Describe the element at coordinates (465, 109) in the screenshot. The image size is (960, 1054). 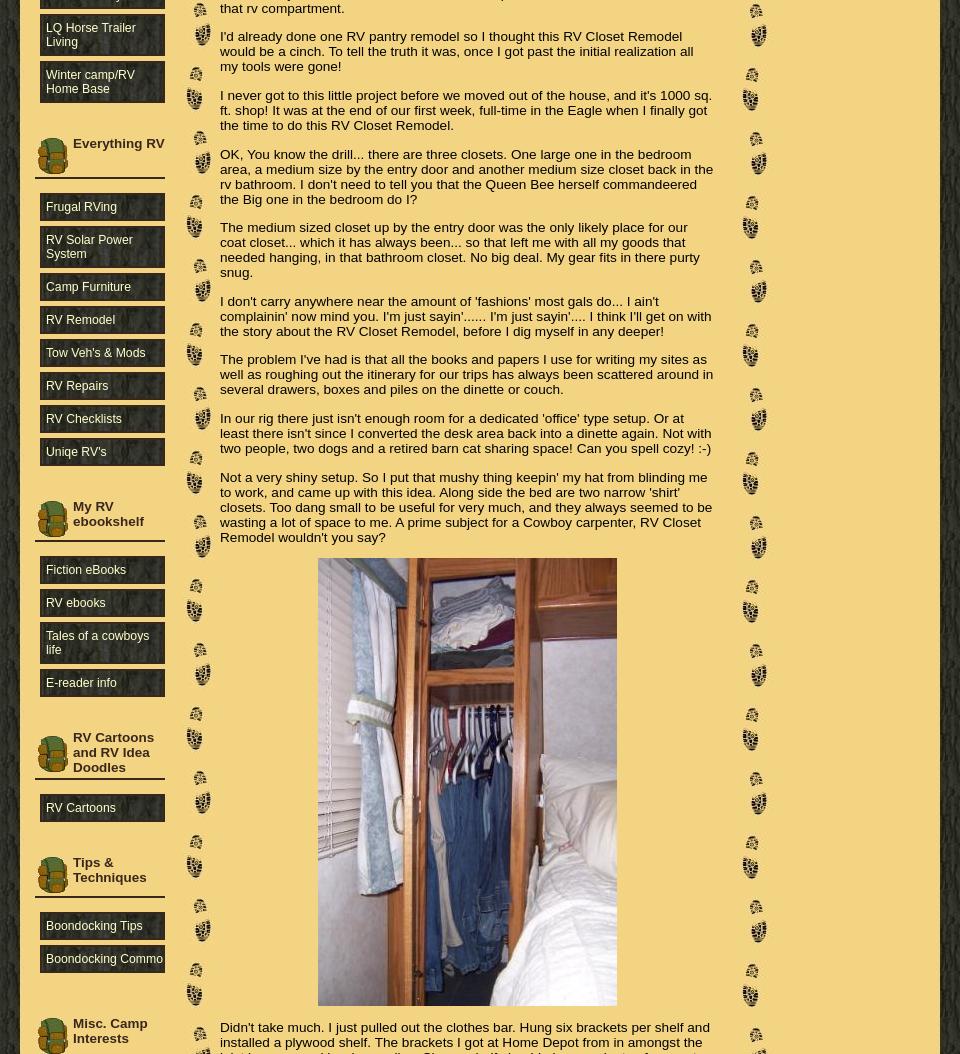
I see `'I never got to this little
project before we moved out of the house, and it's 1000 sq. ft. shop! It
was at the end of our first week, full-time in the Eagle when I finally
got the time to do this RV Closet Remodel.'` at that location.